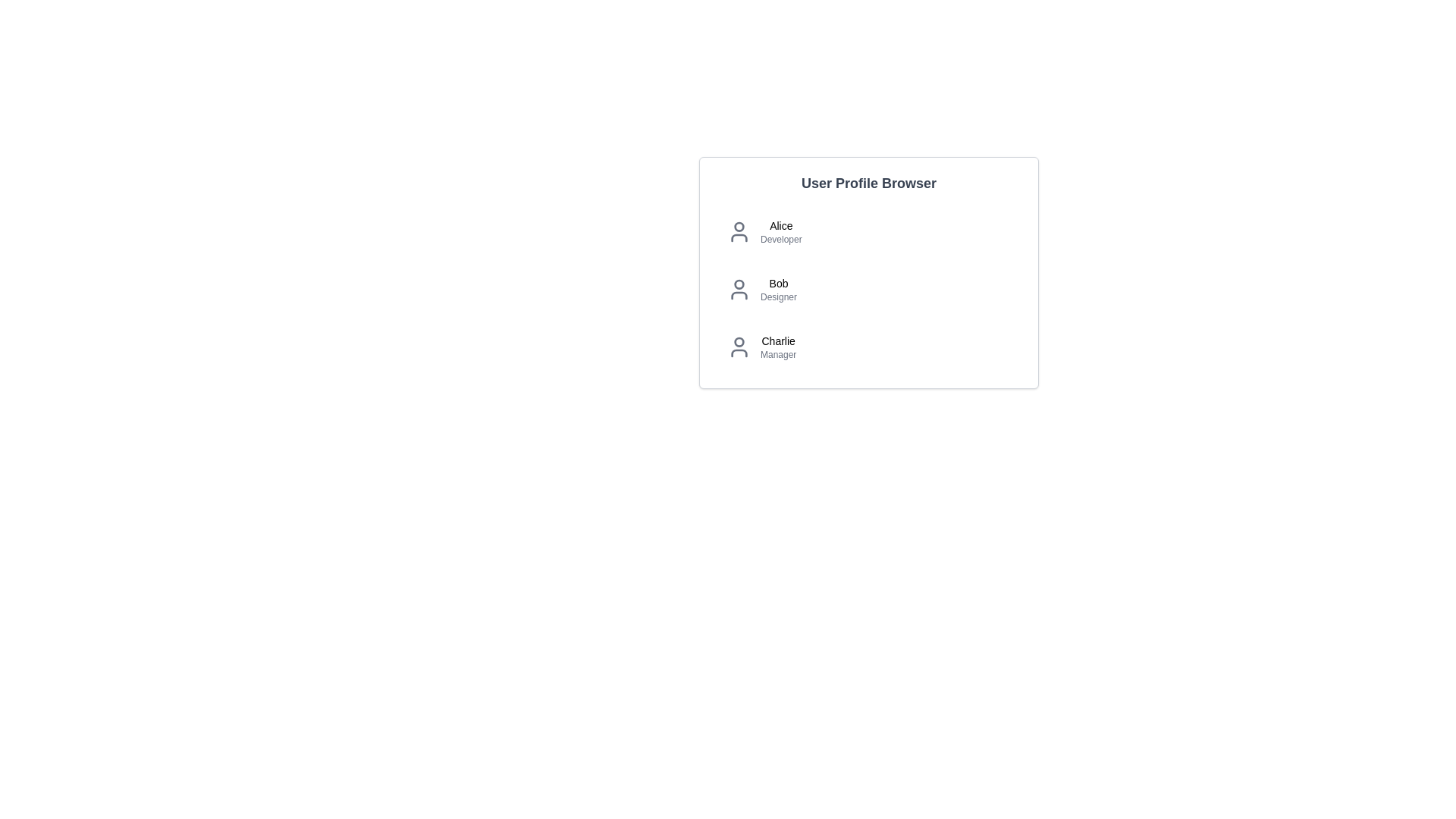  What do you see at coordinates (779, 284) in the screenshot?
I see `the text label 'Bob' that is styled in small-sized text with medium font weight, located in the middle section of a user profile list, positioned above 'Charlie' and below 'Designer'` at bounding box center [779, 284].